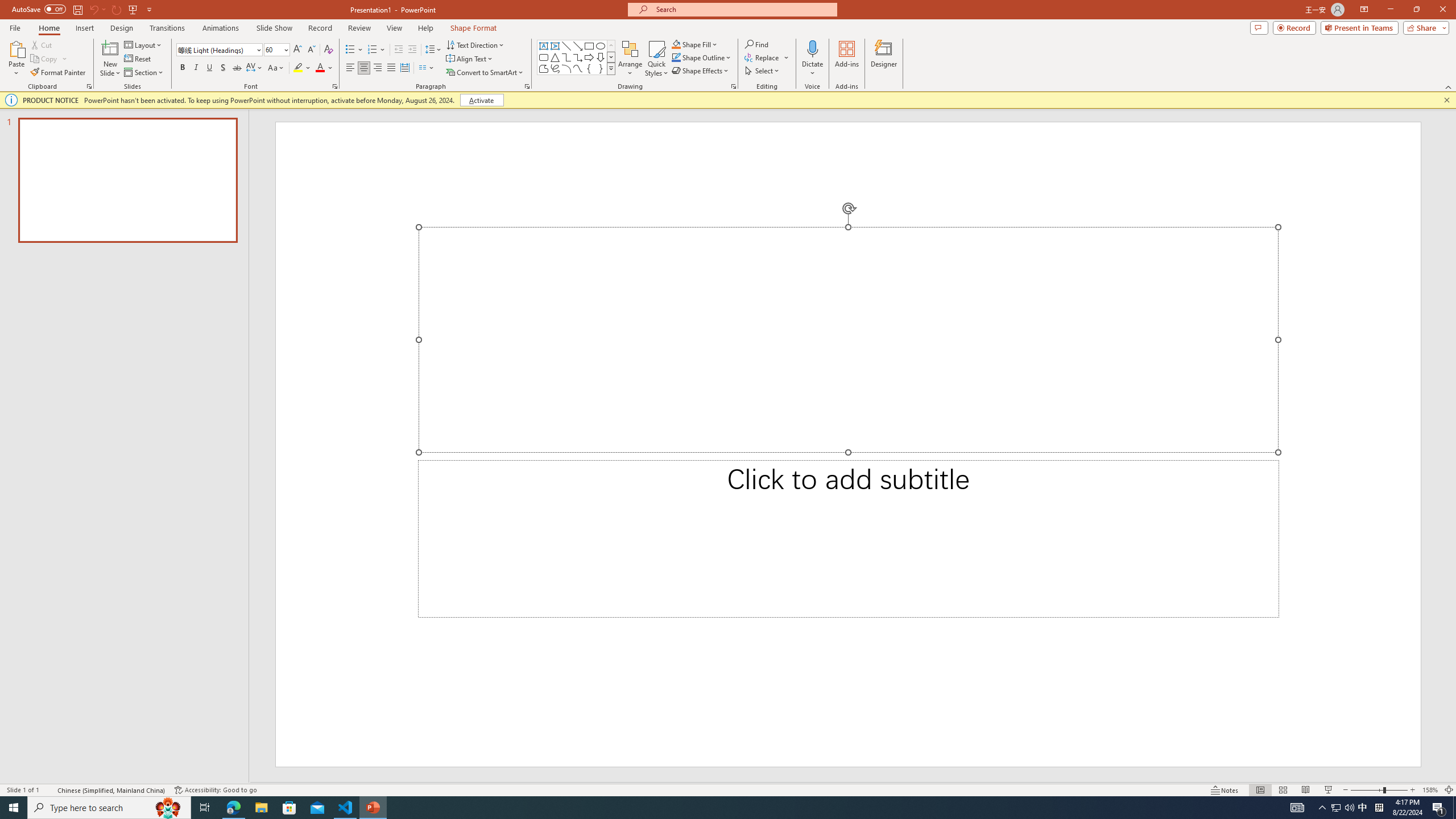 The width and height of the screenshot is (1456, 819). I want to click on 'Format Object...', so click(733, 85).